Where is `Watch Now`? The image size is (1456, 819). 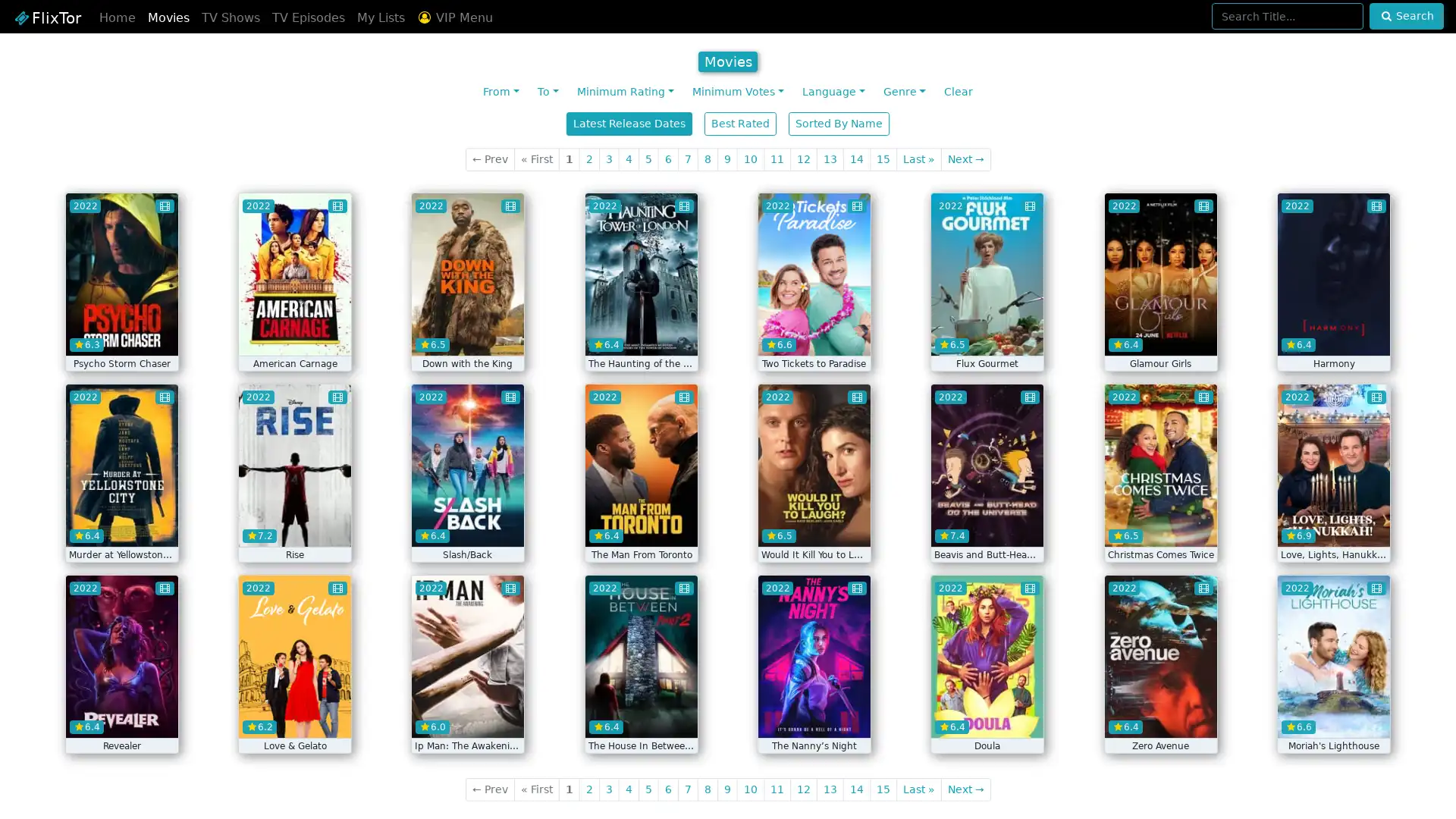
Watch Now is located at coordinates (120, 523).